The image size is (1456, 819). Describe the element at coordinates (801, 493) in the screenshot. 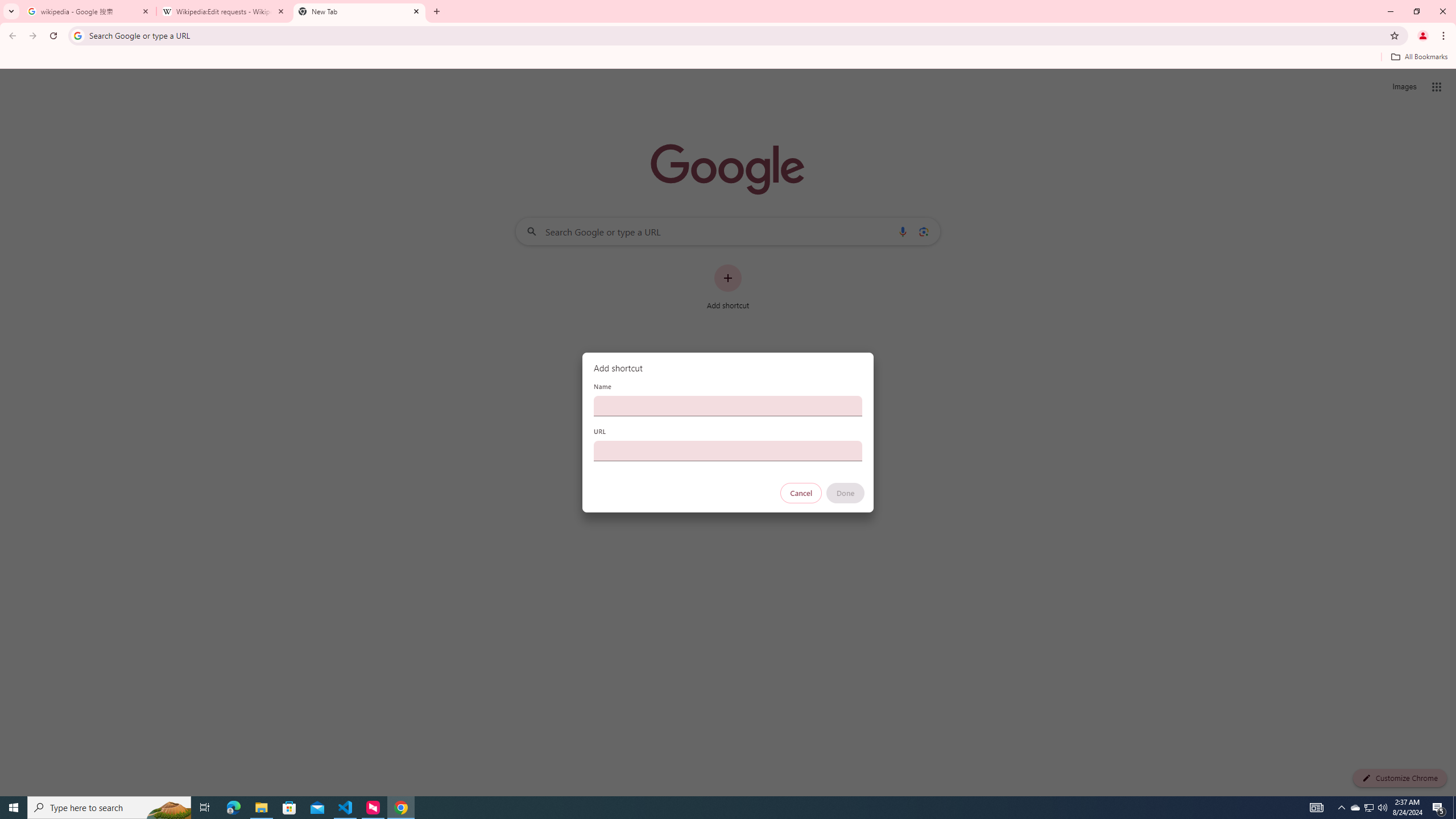

I see `'Cancel'` at that location.